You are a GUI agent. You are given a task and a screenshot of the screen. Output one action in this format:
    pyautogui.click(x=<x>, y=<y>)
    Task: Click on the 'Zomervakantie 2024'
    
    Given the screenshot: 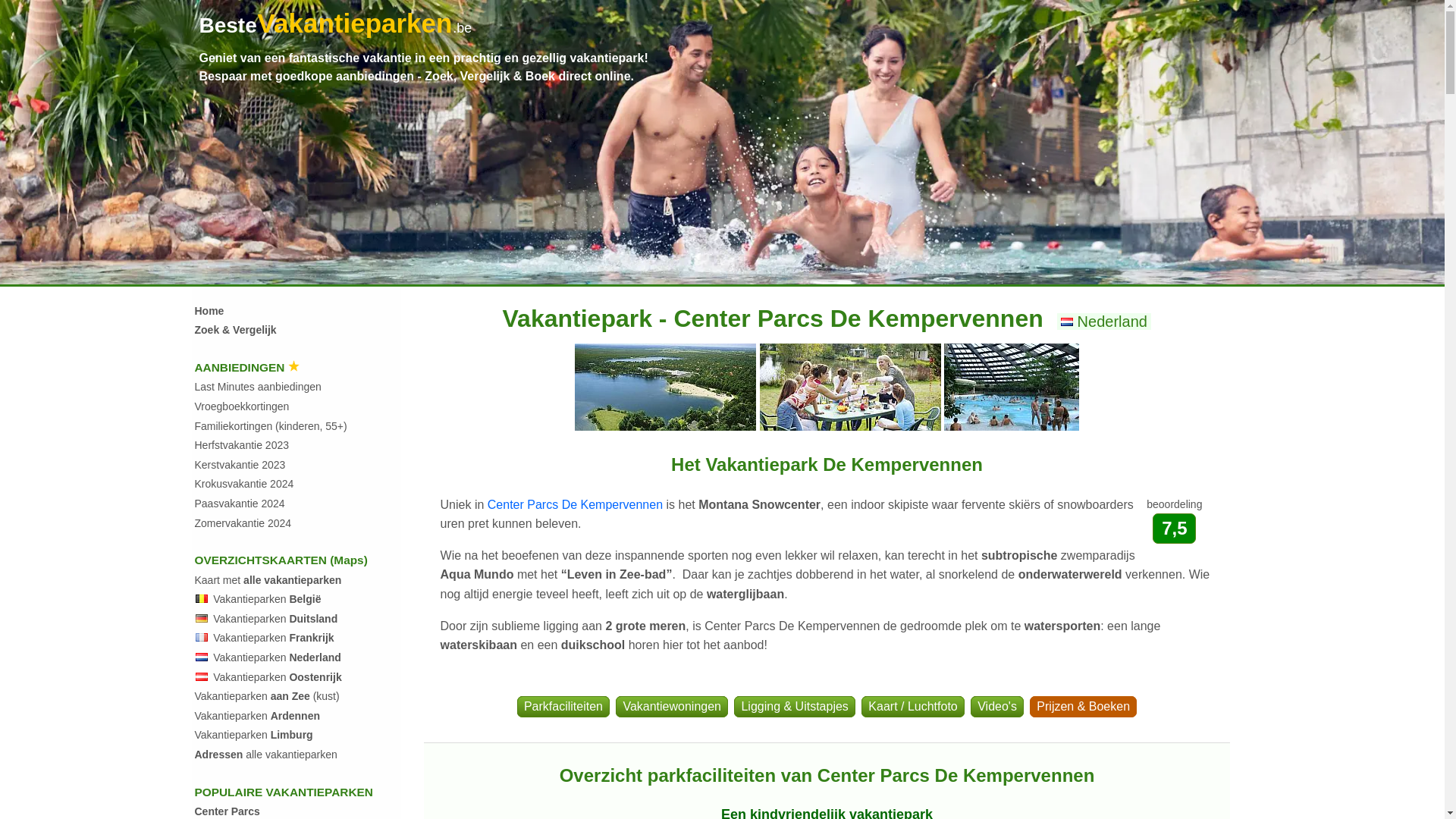 What is the action you would take?
    pyautogui.click(x=243, y=522)
    